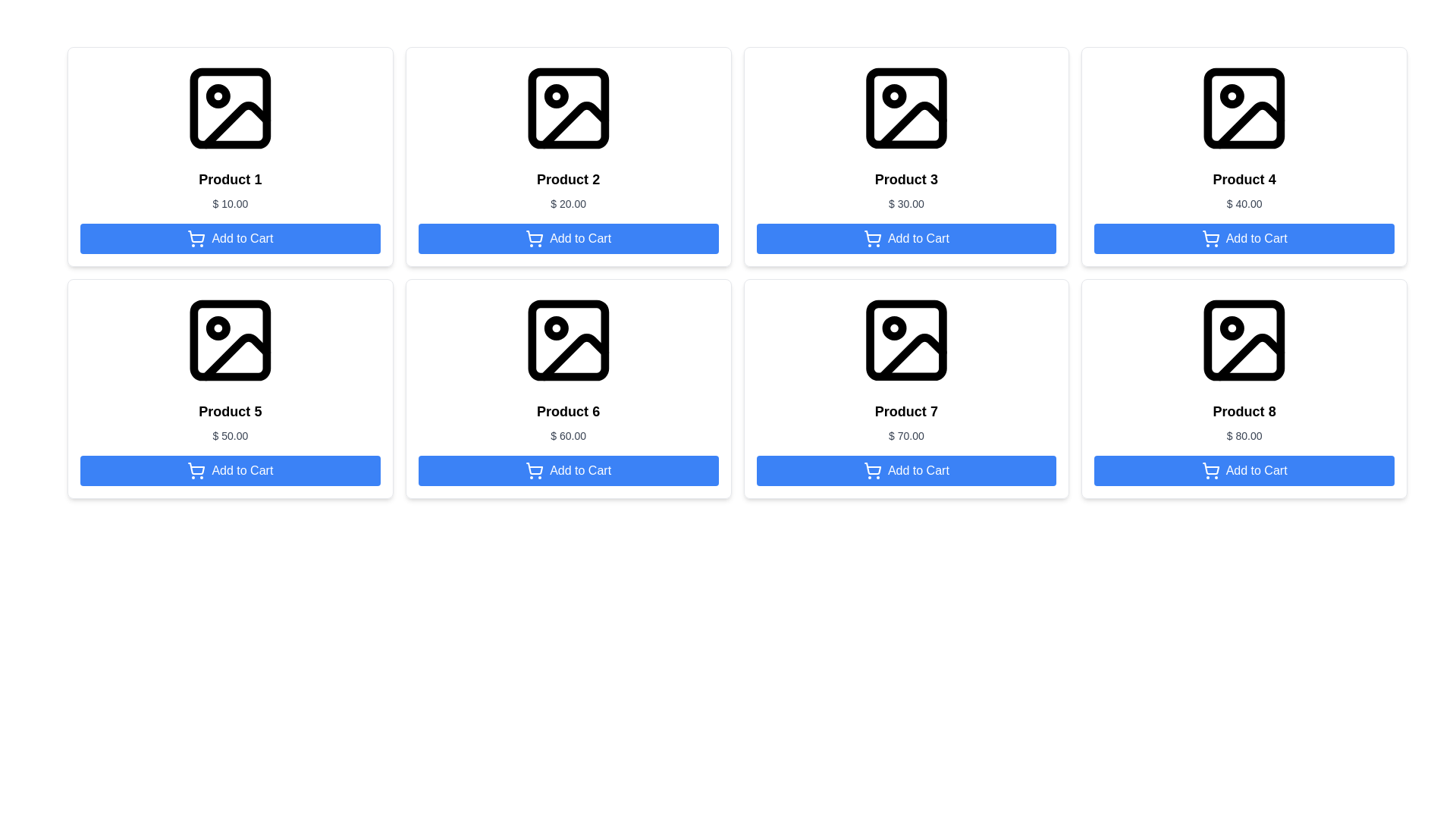  I want to click on the rectangular blue button labeled 'Add to Cart' with a shopping cart icon, so click(906, 470).